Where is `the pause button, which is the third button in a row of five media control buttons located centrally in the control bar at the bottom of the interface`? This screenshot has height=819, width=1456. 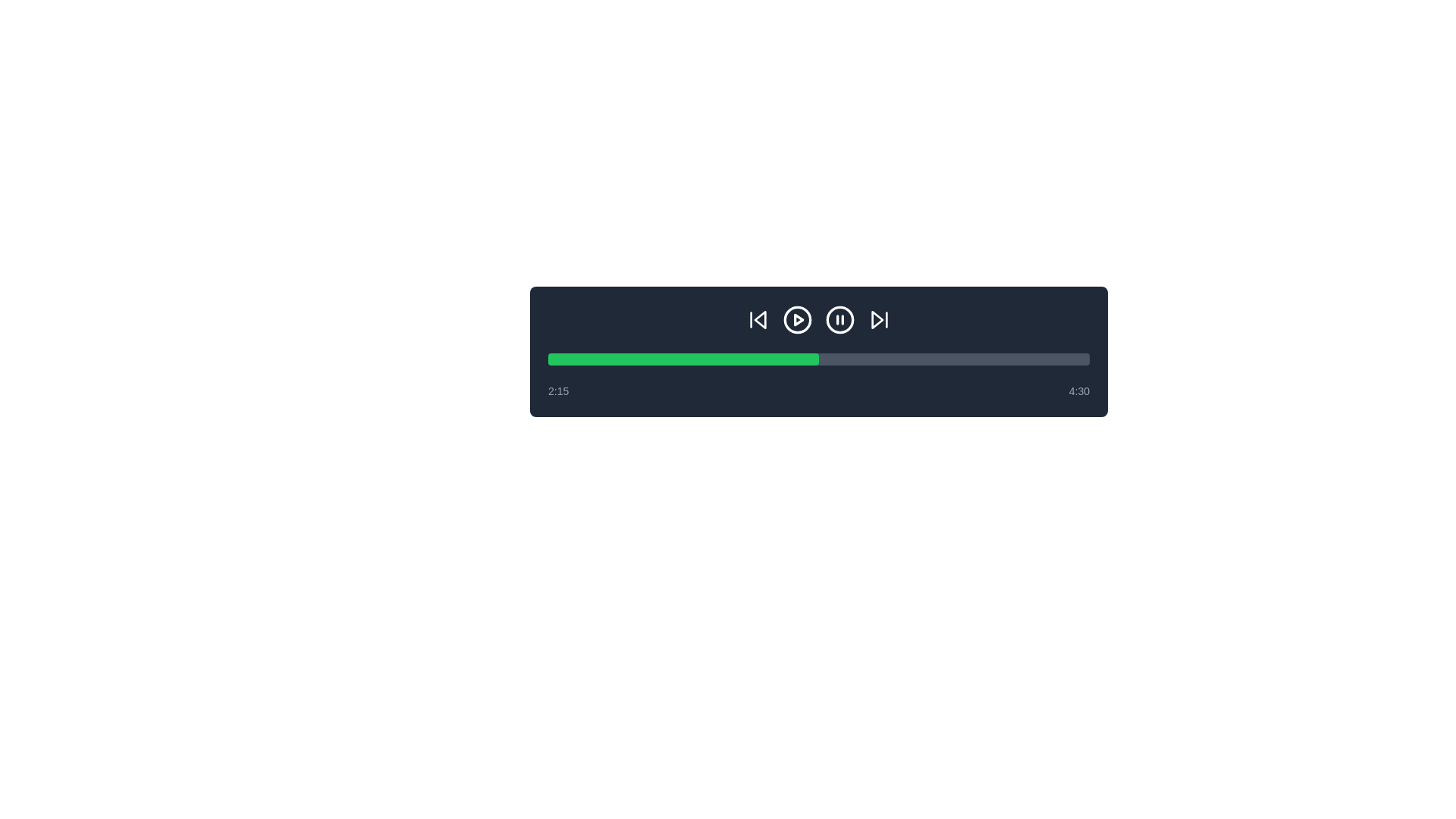
the pause button, which is the third button in a row of five media control buttons located centrally in the control bar at the bottom of the interface is located at coordinates (839, 318).